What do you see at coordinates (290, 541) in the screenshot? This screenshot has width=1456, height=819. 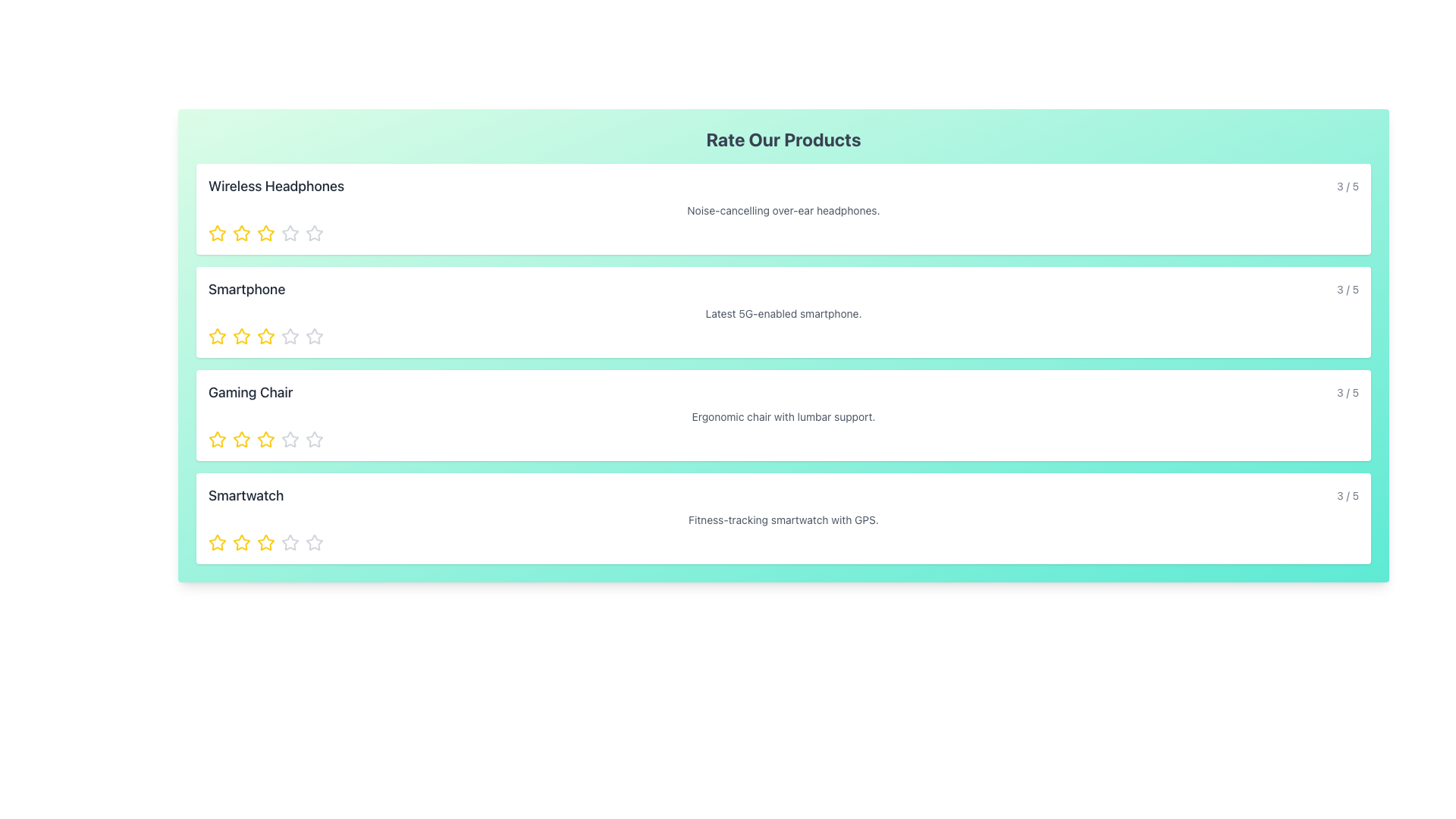 I see `to the fourth Rating Star Icon in the product rating section for 'Smartwatch'` at bounding box center [290, 541].